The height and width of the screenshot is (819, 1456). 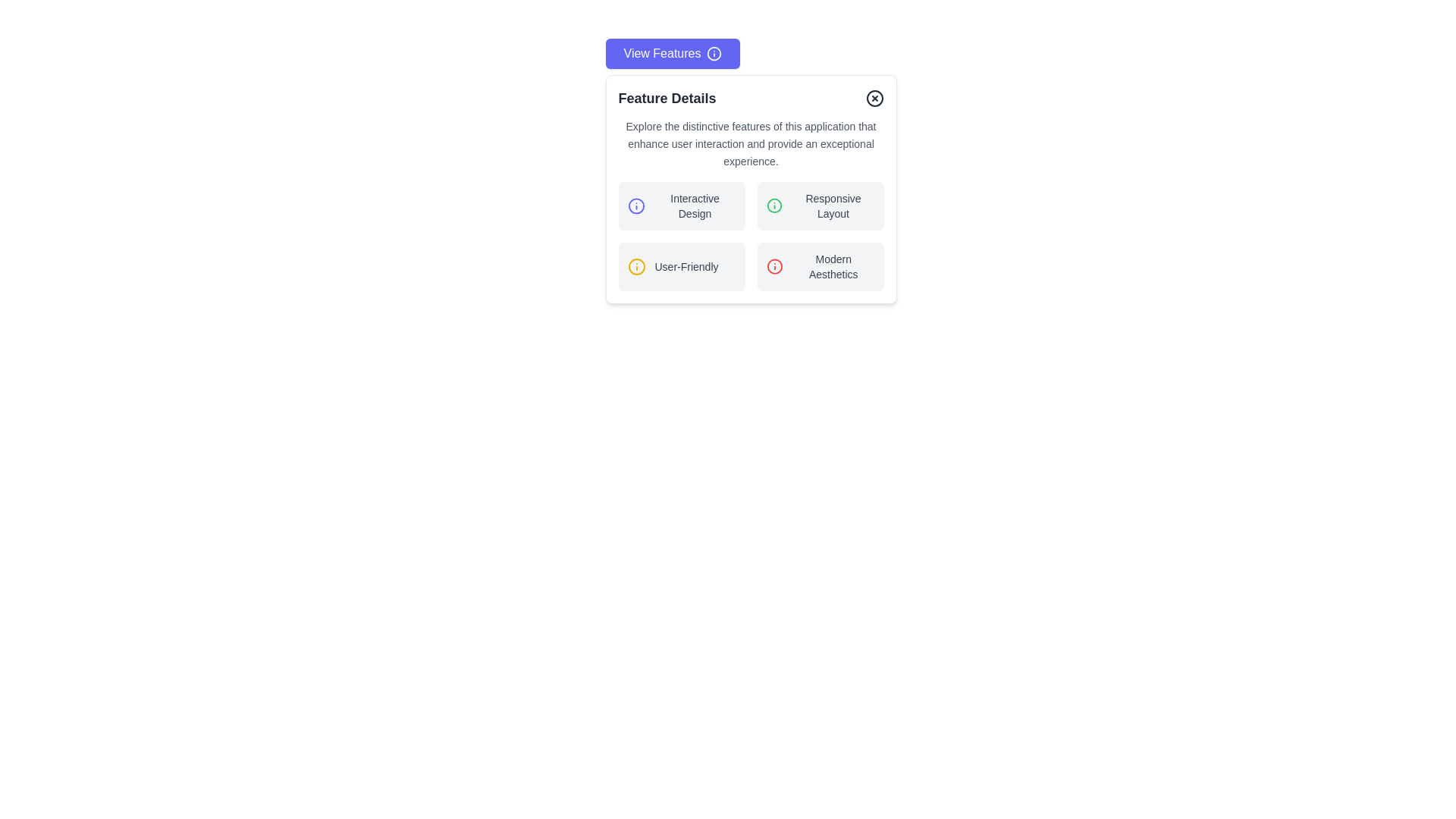 I want to click on the first icon in the list item labeled 'Responsive Layout', which serves as an indicator or marker for visual context, so click(x=774, y=206).